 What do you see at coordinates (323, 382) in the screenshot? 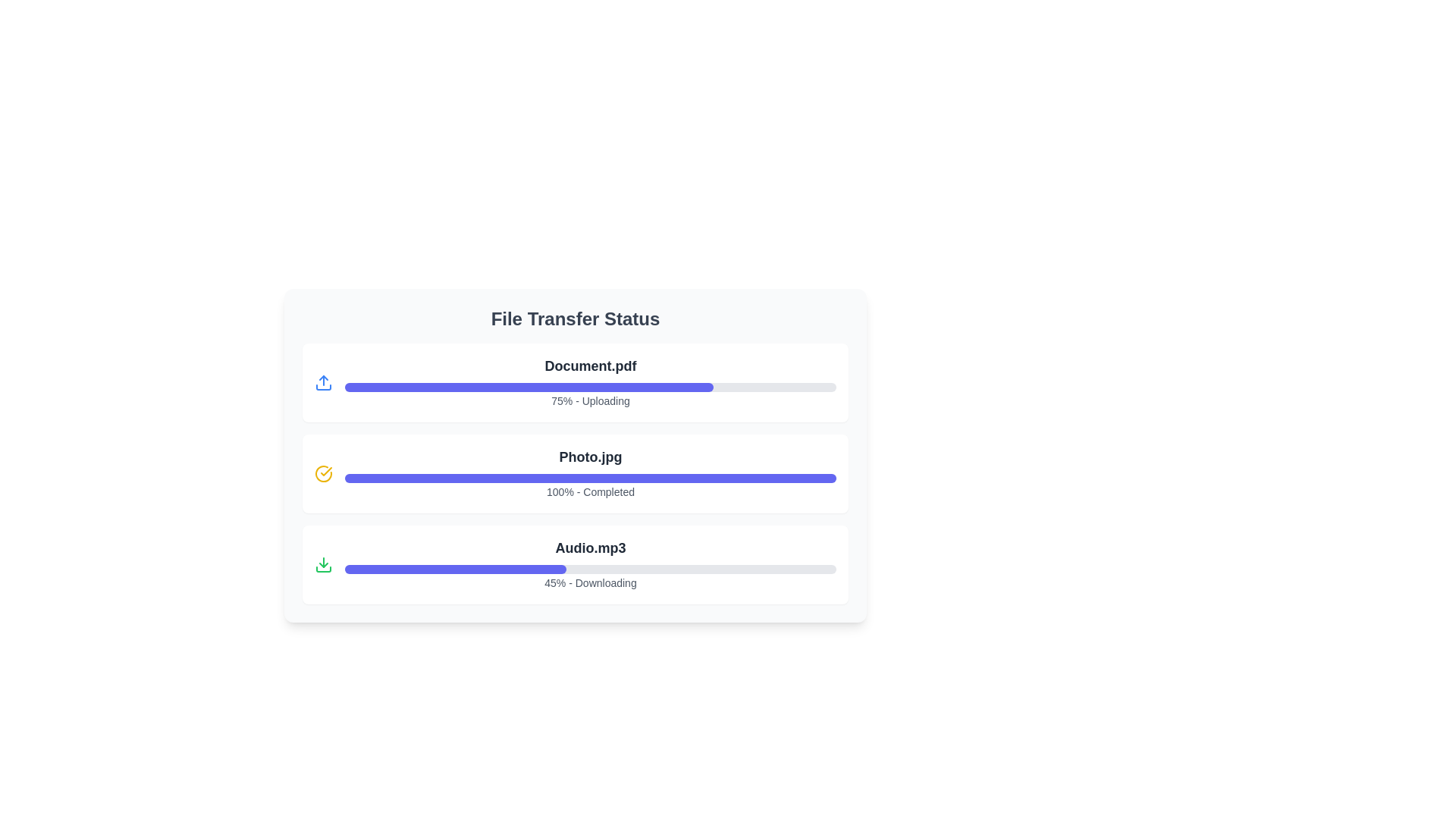
I see `the upload indicator icon located on the left of 'Document.pdf' in the first entry of the list layout` at bounding box center [323, 382].